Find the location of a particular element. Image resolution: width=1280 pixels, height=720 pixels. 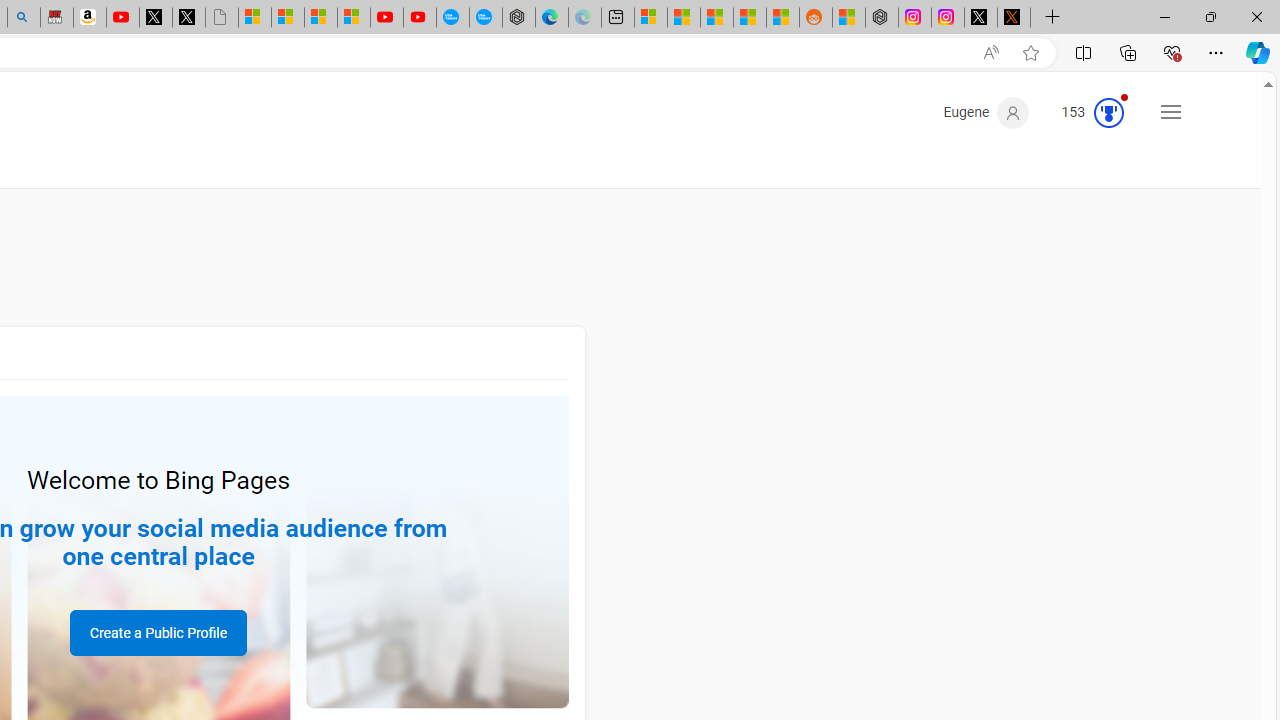

'Nordace - Nordace has arrived Hong Kong' is located at coordinates (519, 17).